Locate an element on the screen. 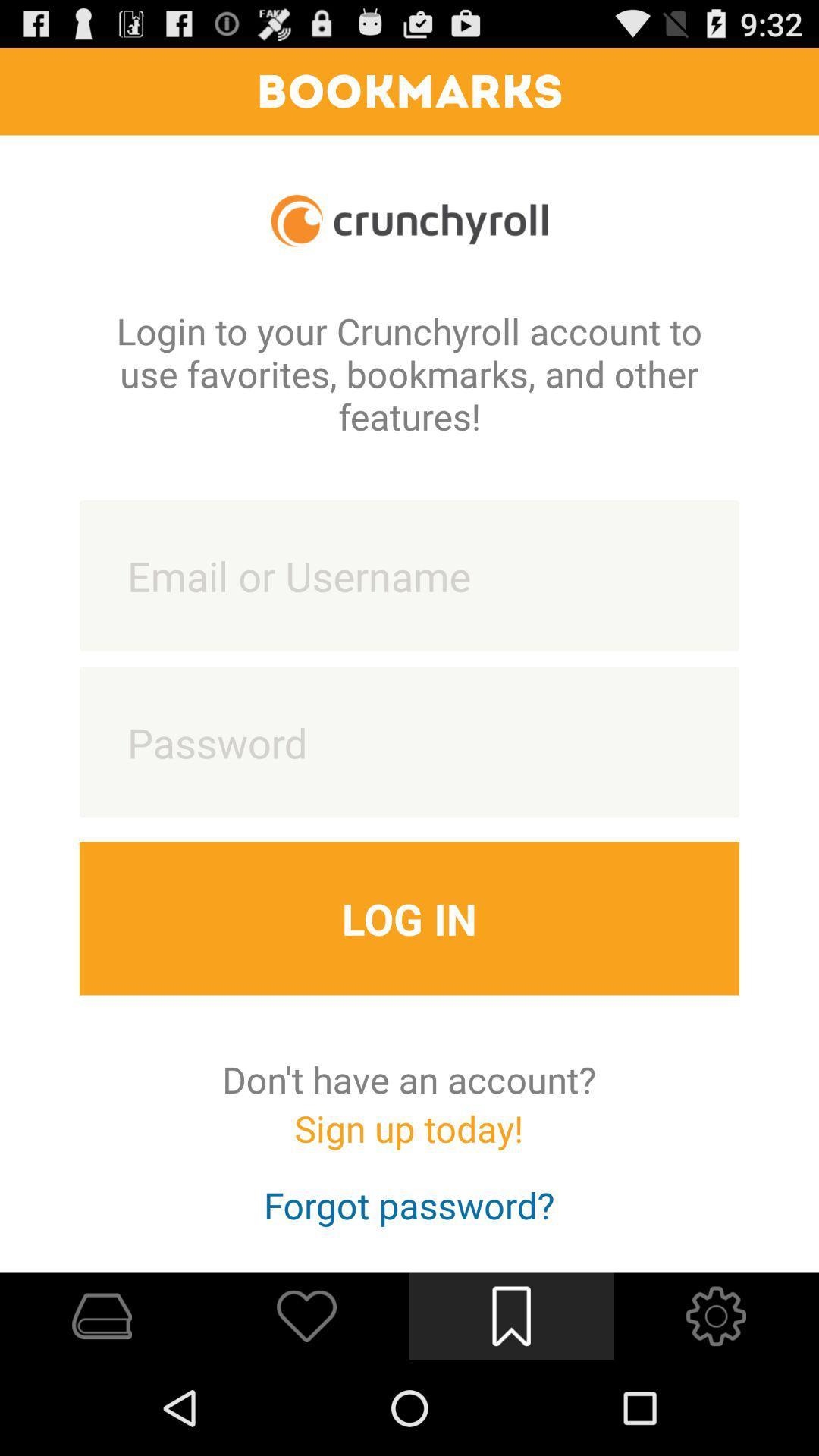 The image size is (819, 1456). email or username is located at coordinates (409, 575).